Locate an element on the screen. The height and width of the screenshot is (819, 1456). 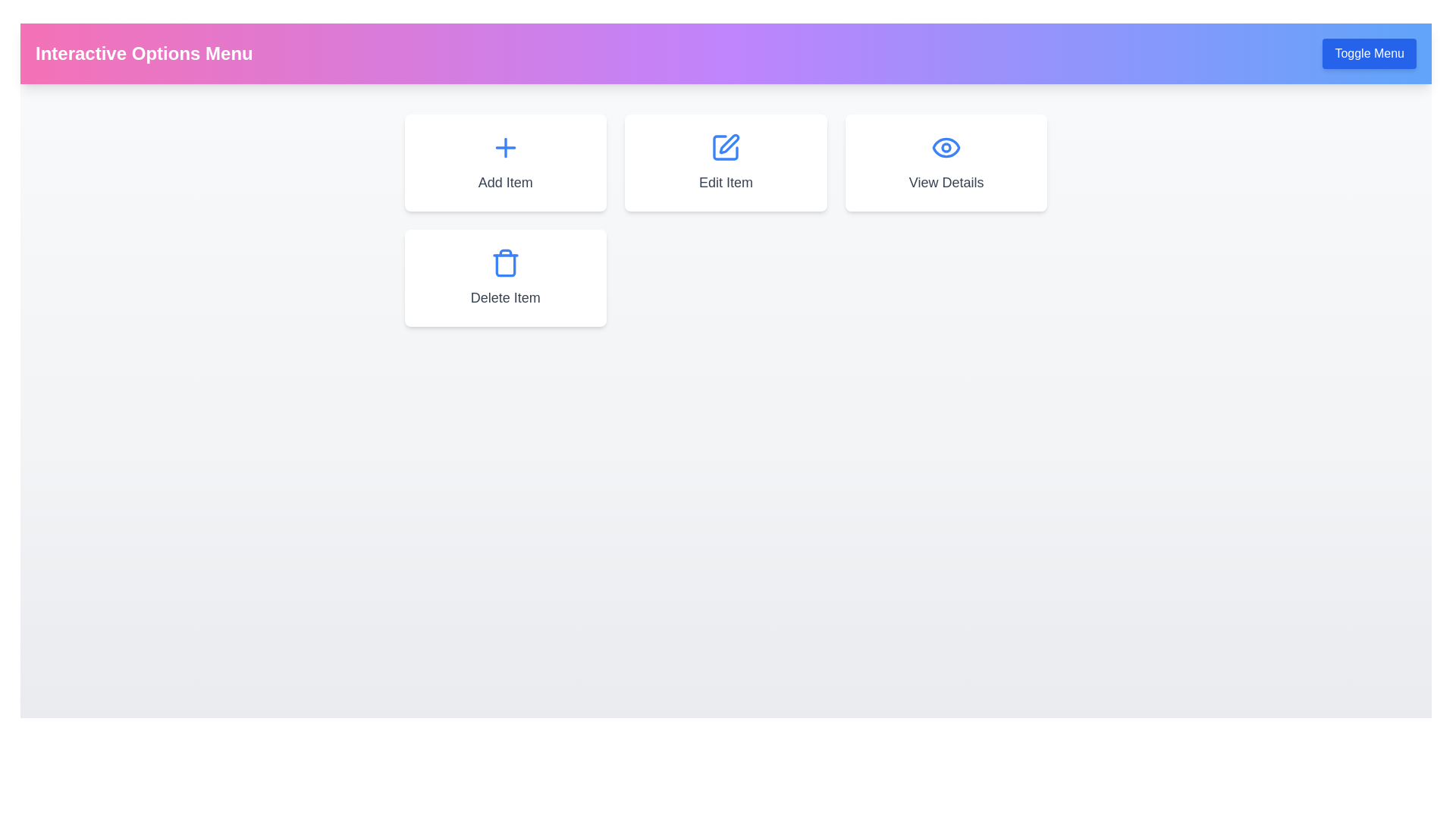
the 'View Details' button is located at coordinates (946, 163).